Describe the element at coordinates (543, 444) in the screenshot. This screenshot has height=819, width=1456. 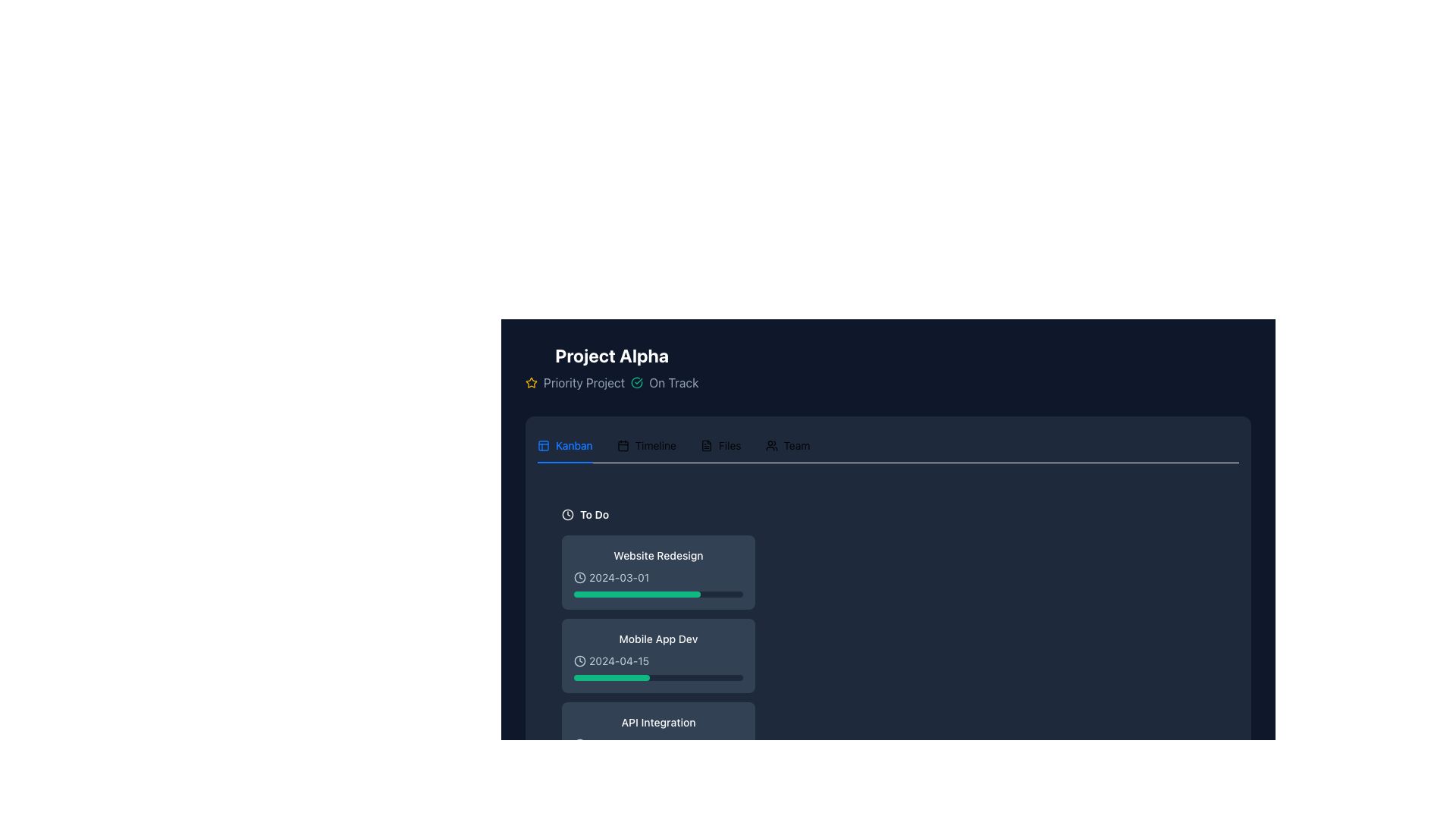
I see `the compact grid icon located to the left of the 'Kanban' label, which features a square outline with internal dividers in a minimalist design` at that location.